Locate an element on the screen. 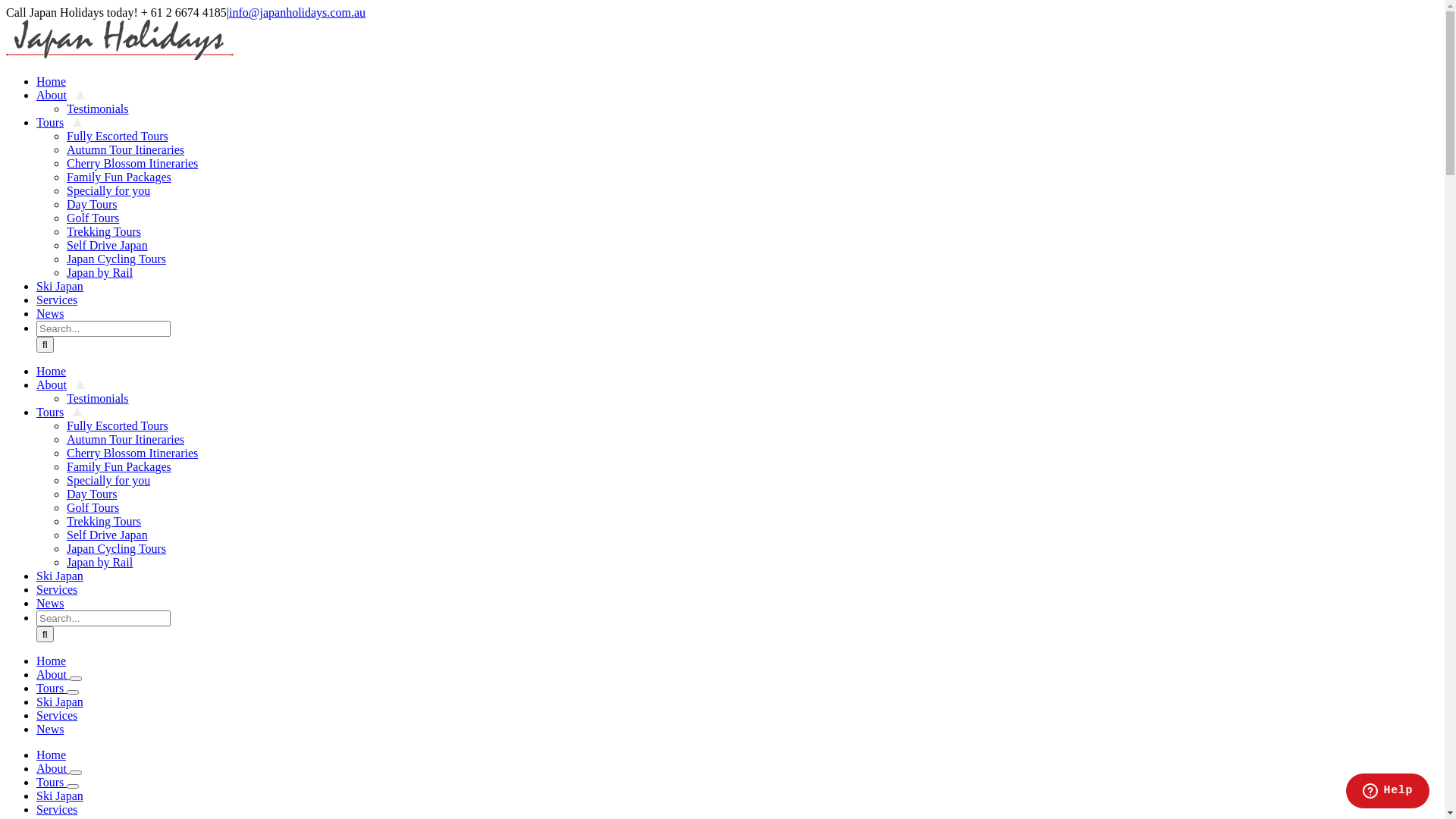 The height and width of the screenshot is (819, 1456). 'Autumn Tour Itineraries' is located at coordinates (125, 149).